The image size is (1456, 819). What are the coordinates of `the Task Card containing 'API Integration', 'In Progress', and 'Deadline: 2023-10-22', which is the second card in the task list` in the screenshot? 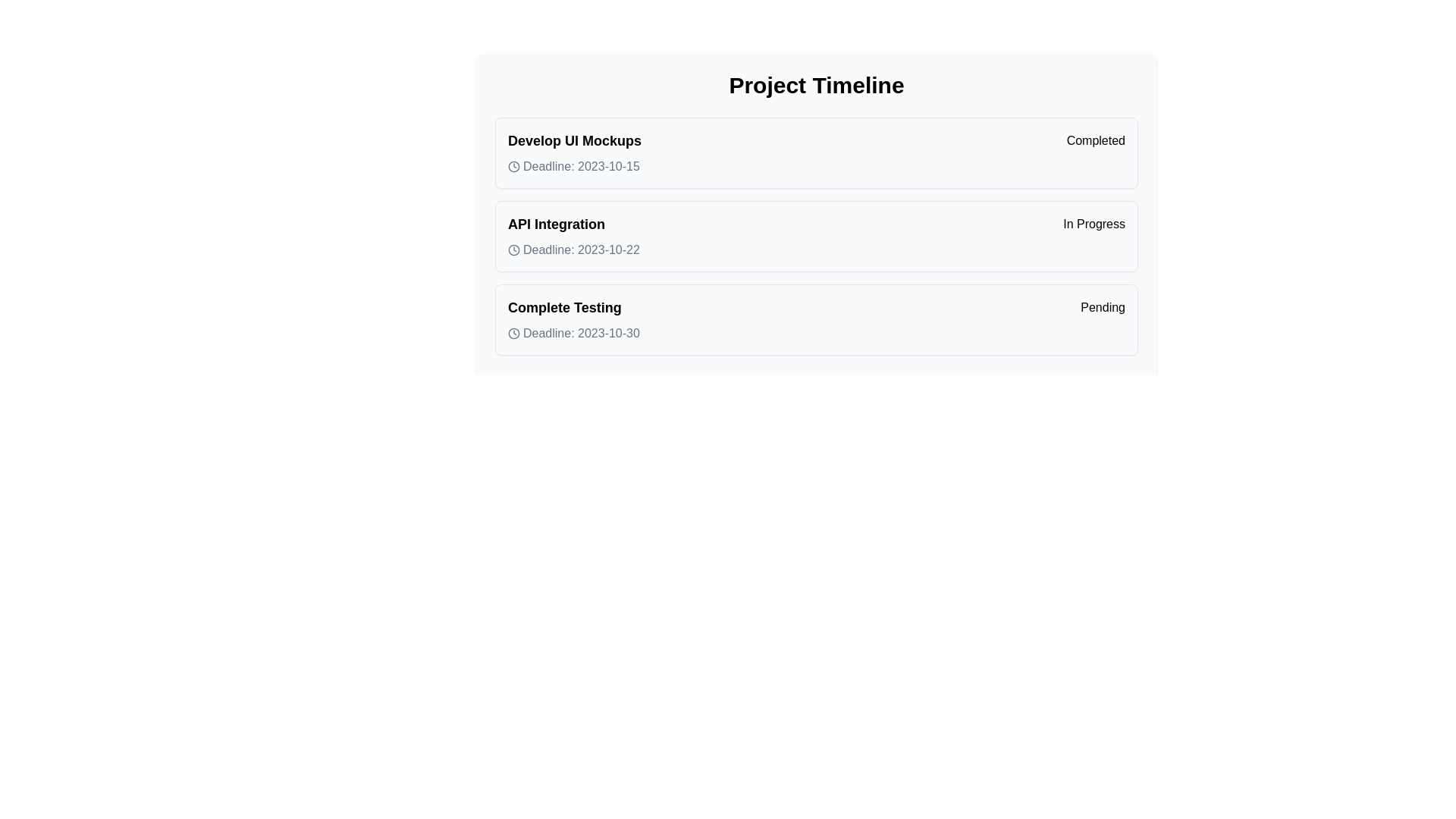 It's located at (815, 237).